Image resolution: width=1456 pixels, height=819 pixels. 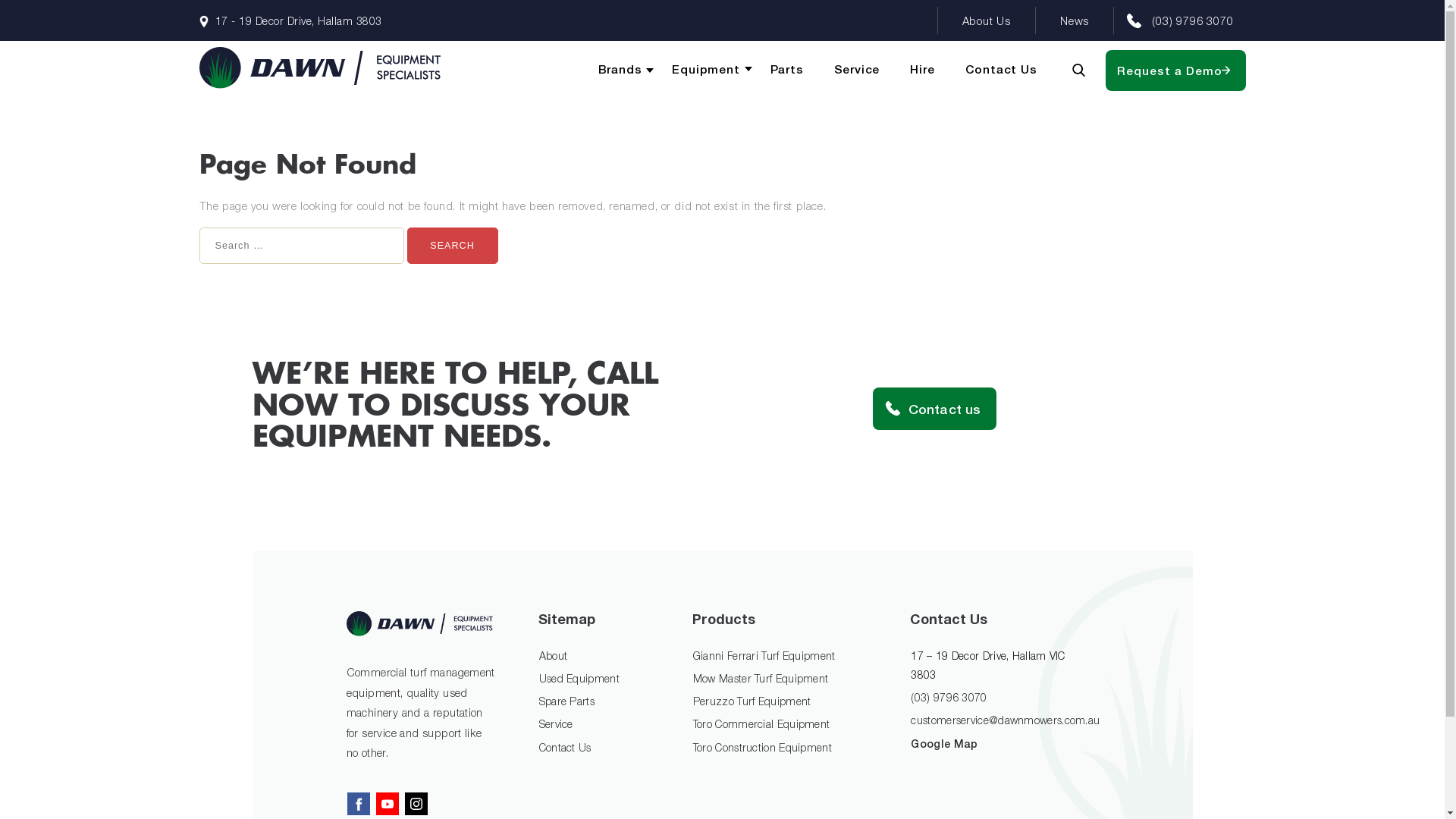 I want to click on 'About Us', so click(x=986, y=20).